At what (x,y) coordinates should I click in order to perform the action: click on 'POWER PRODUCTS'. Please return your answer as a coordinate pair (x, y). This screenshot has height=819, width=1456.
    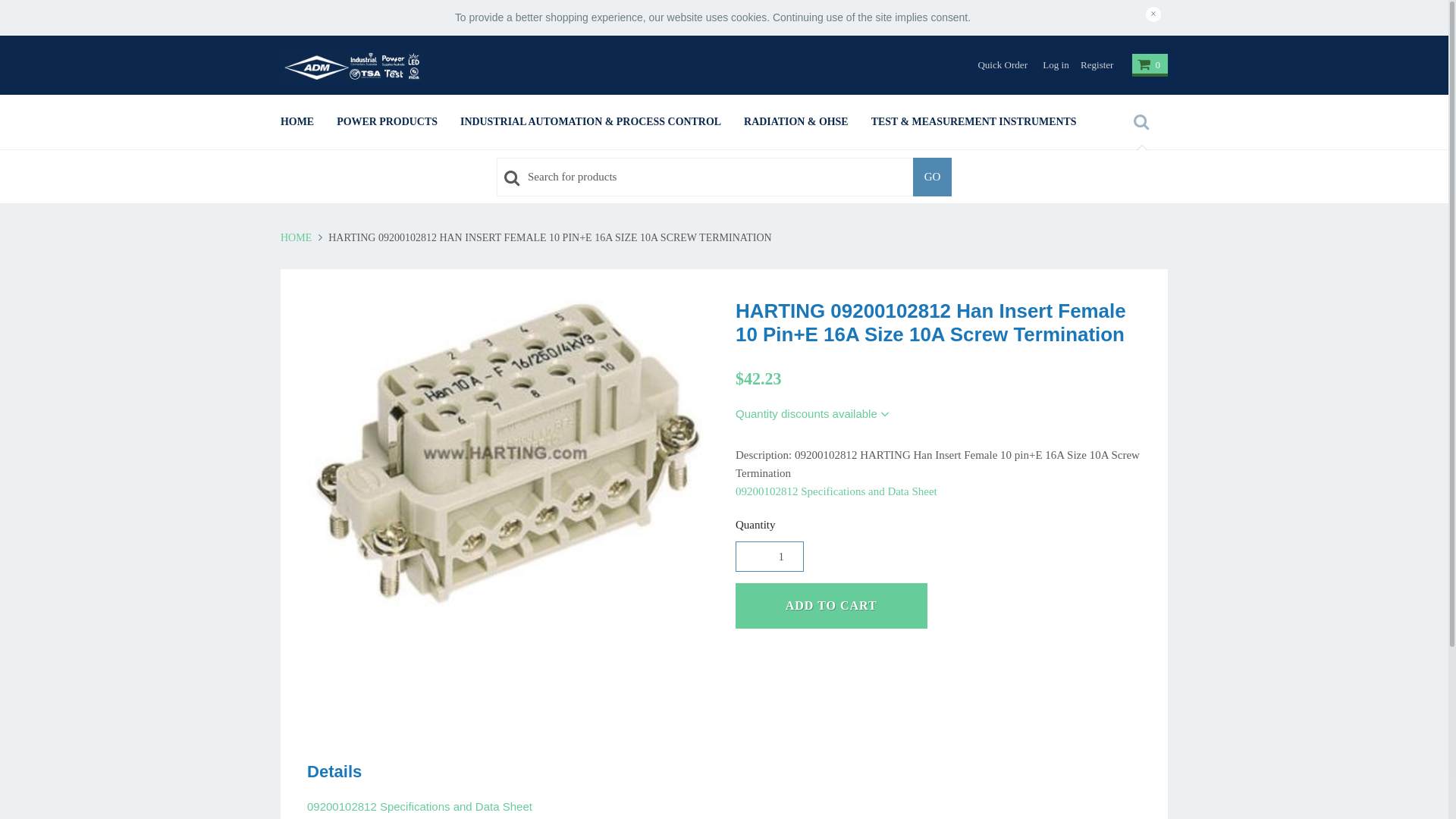
    Looking at the image, I should click on (387, 121).